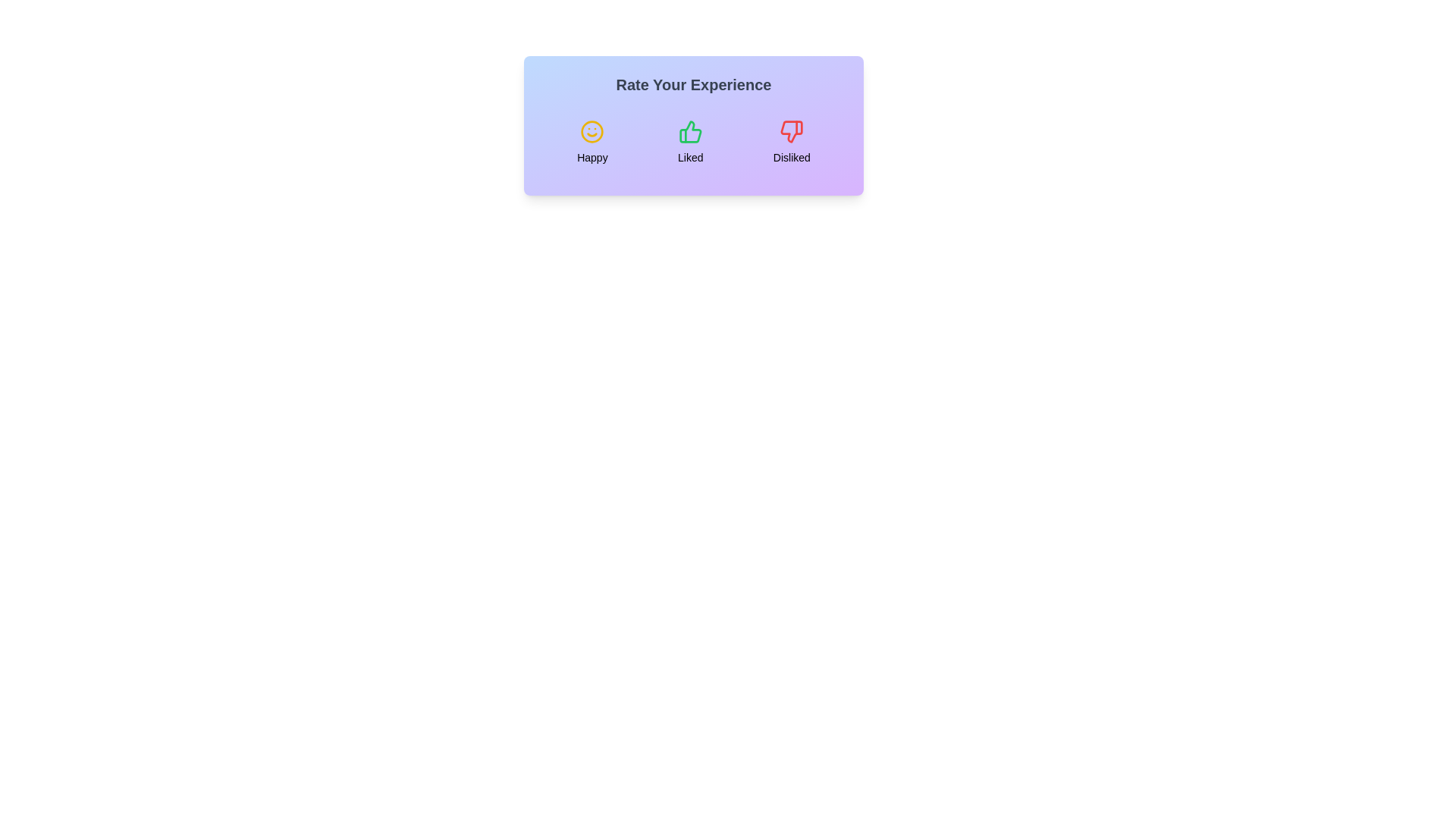  Describe the element at coordinates (591, 158) in the screenshot. I see `'Happy' text label located to the leftmost side of a horizontally aligned group of text labels, which also includes 'Liked' and 'Disliked'` at that location.